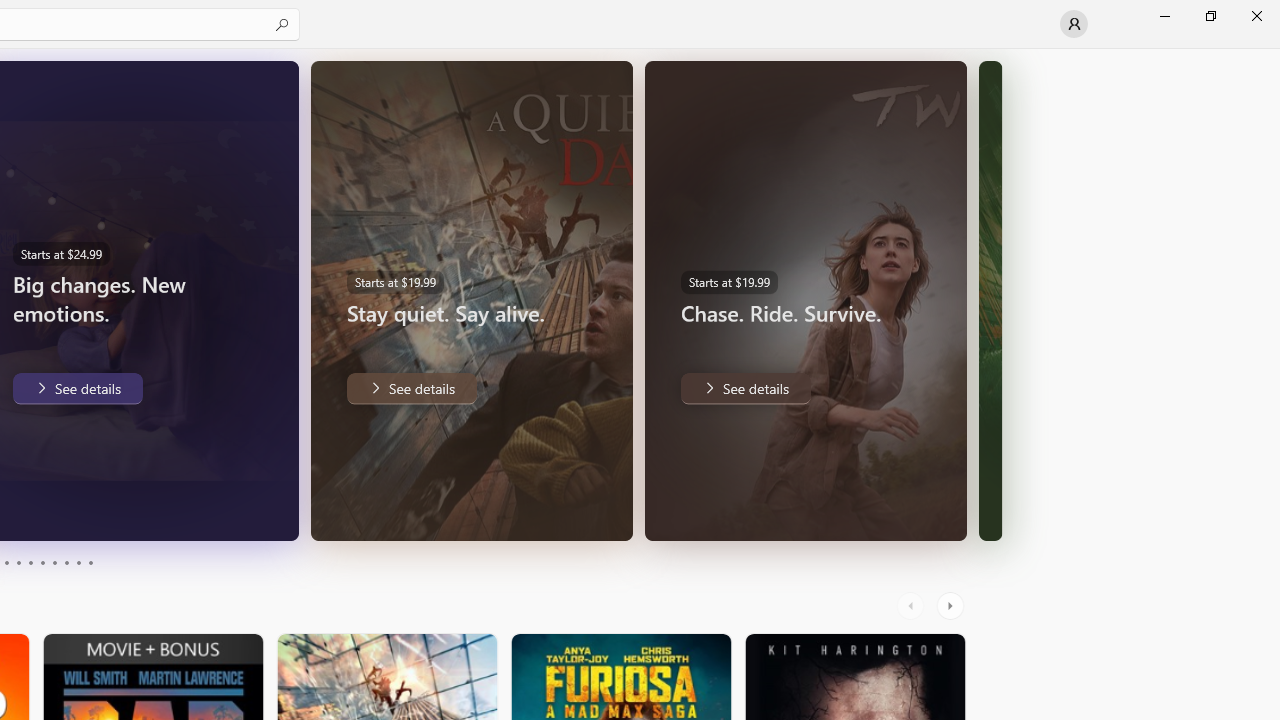  I want to click on 'AutomationID: RightScrollButton', so click(951, 605).